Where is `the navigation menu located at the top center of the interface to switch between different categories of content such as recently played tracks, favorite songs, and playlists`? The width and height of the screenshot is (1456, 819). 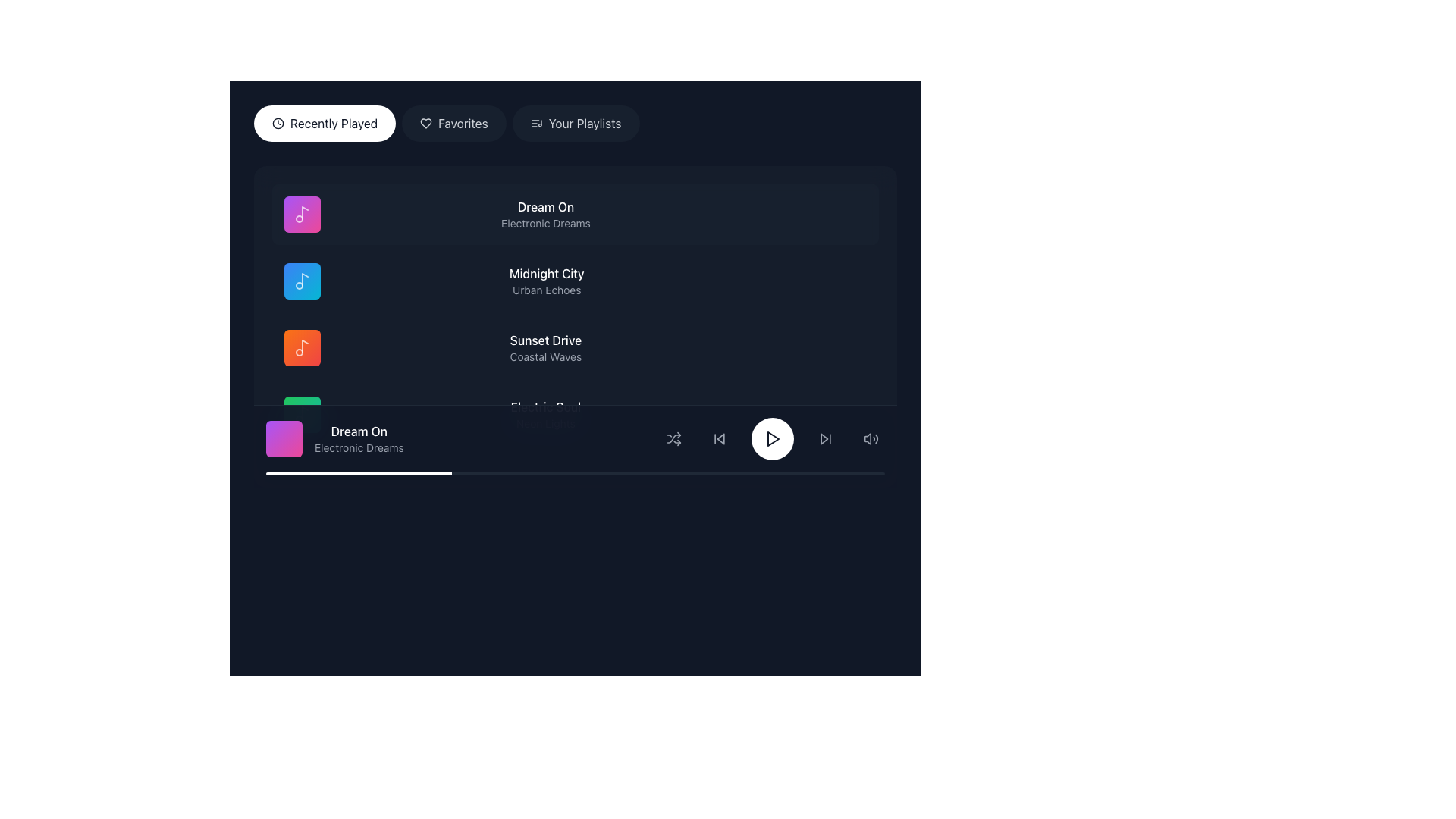
the navigation menu located at the top center of the interface to switch between different categories of content such as recently played tracks, favorite songs, and playlists is located at coordinates (574, 122).